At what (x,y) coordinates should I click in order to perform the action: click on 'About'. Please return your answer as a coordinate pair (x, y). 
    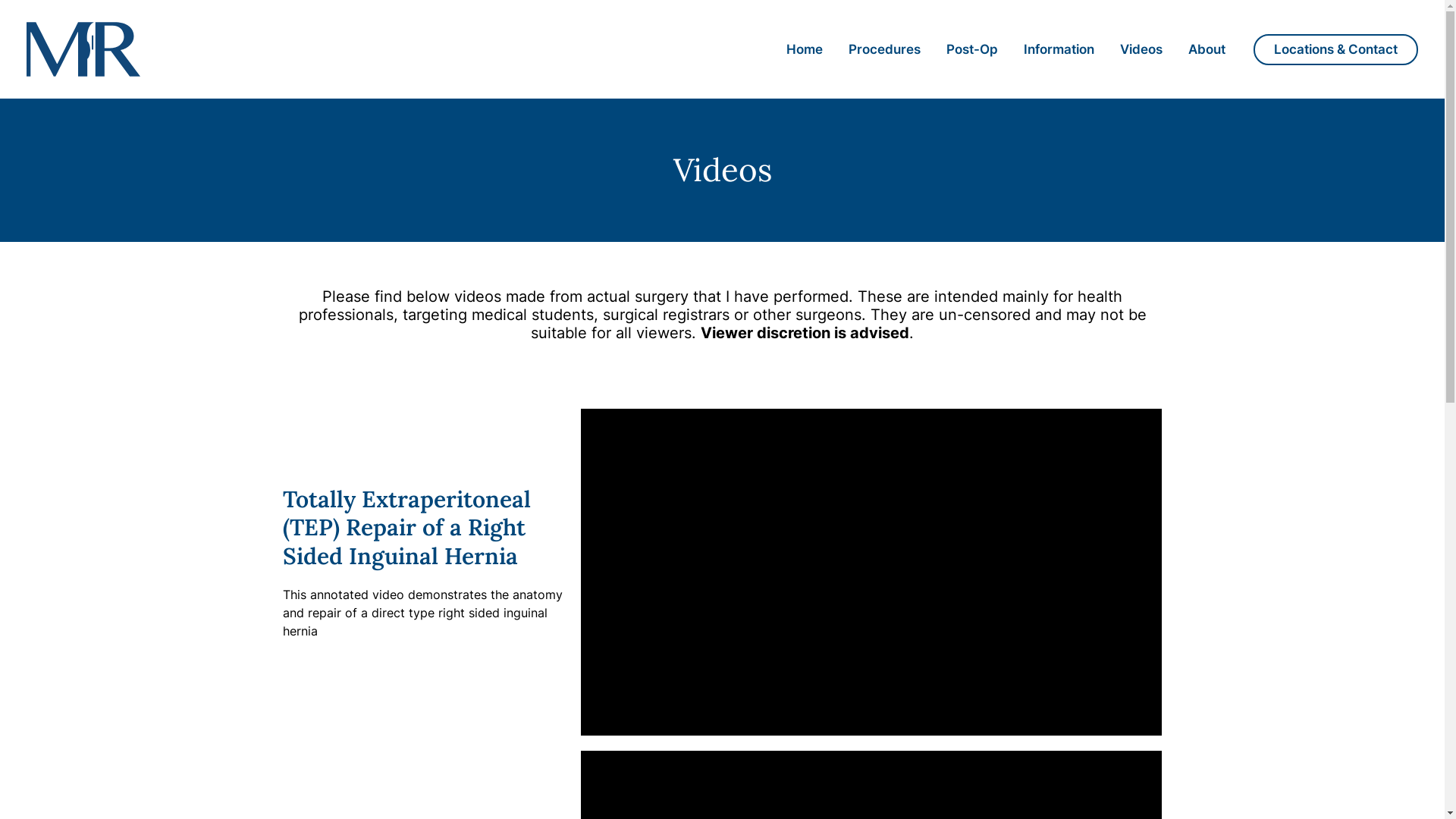
    Looking at the image, I should click on (1206, 49).